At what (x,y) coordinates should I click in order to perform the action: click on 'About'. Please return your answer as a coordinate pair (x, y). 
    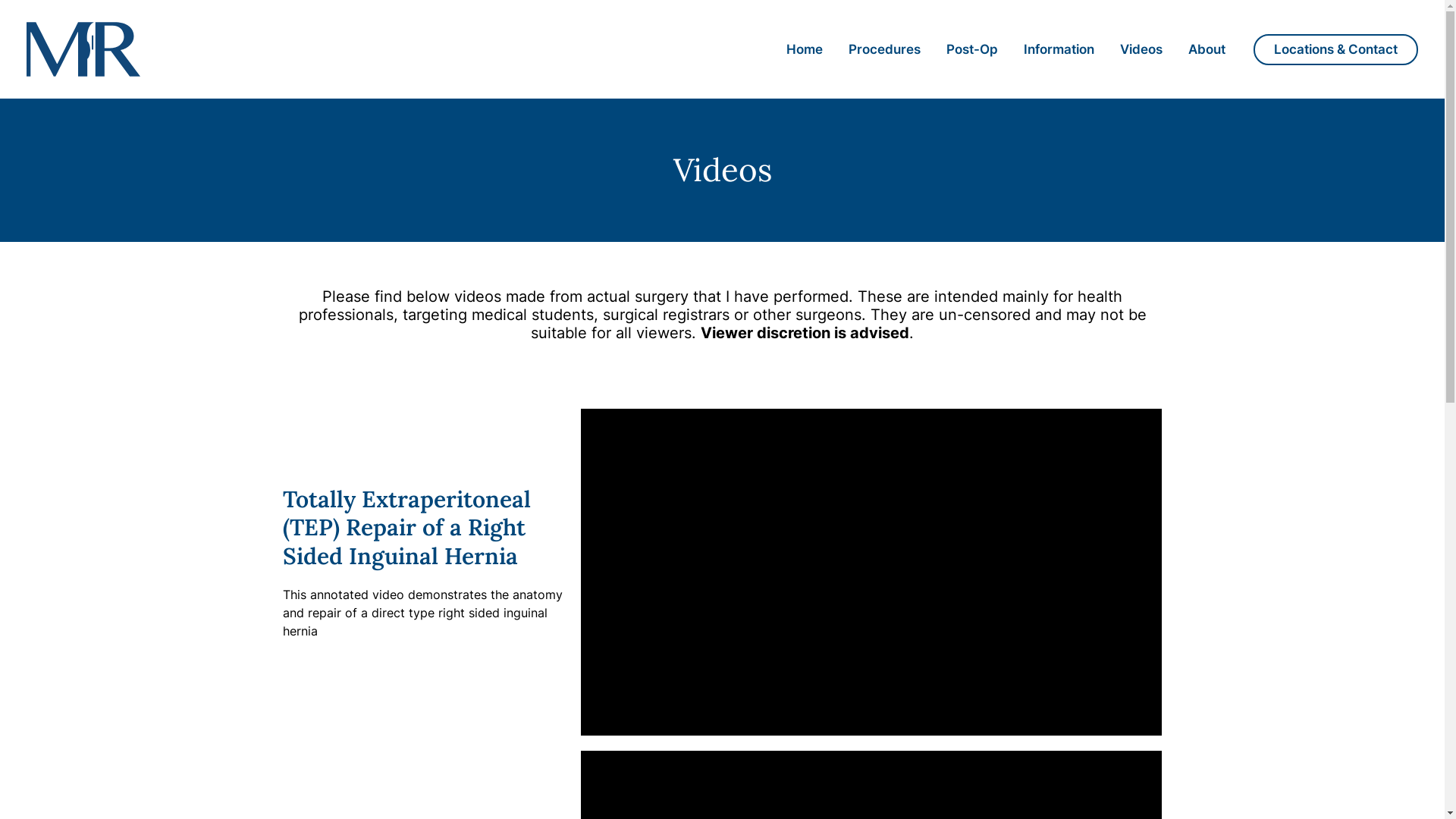
    Looking at the image, I should click on (1206, 49).